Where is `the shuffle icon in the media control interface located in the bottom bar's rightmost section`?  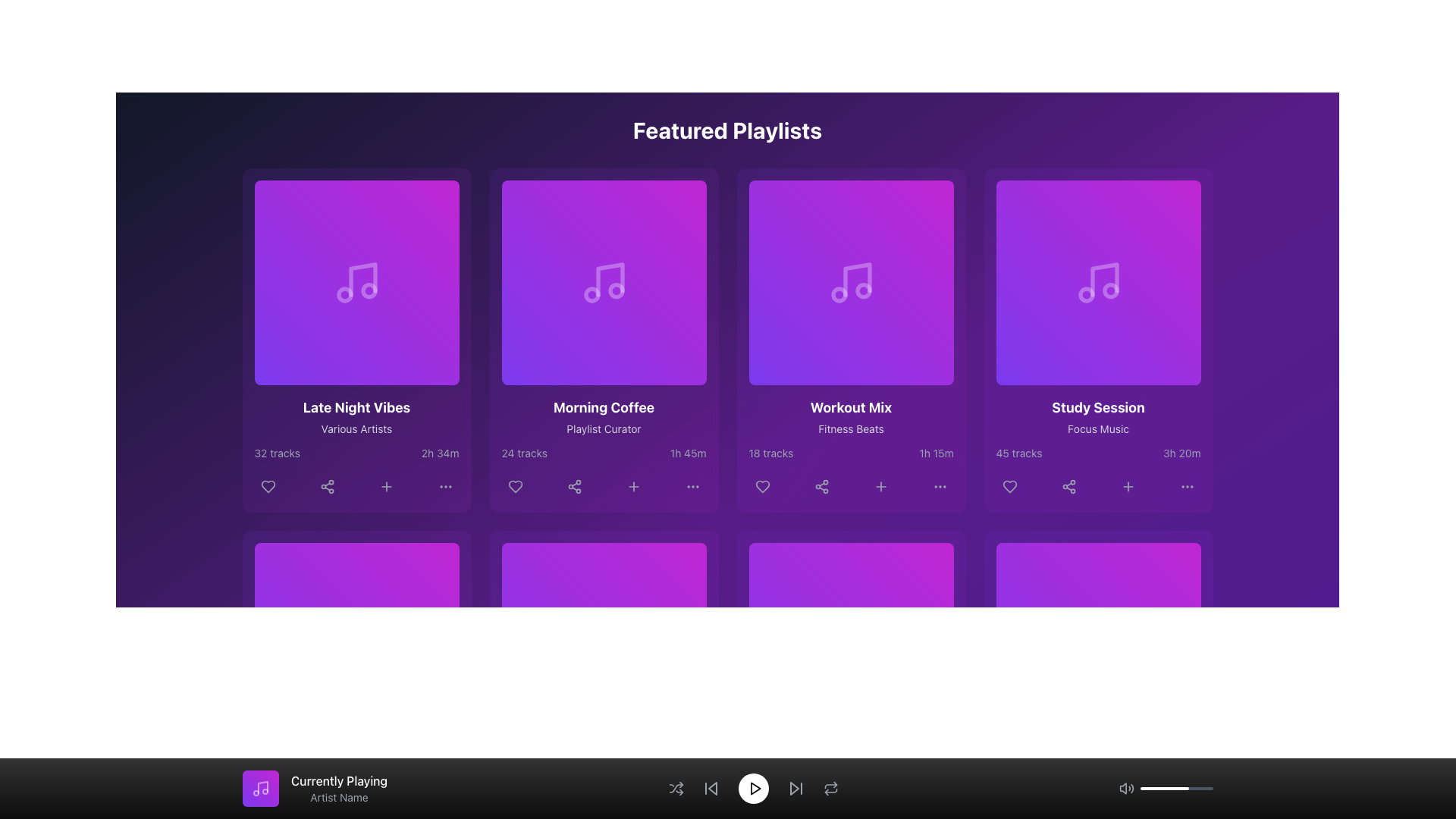
the shuffle icon in the media control interface located in the bottom bar's rightmost section is located at coordinates (675, 788).